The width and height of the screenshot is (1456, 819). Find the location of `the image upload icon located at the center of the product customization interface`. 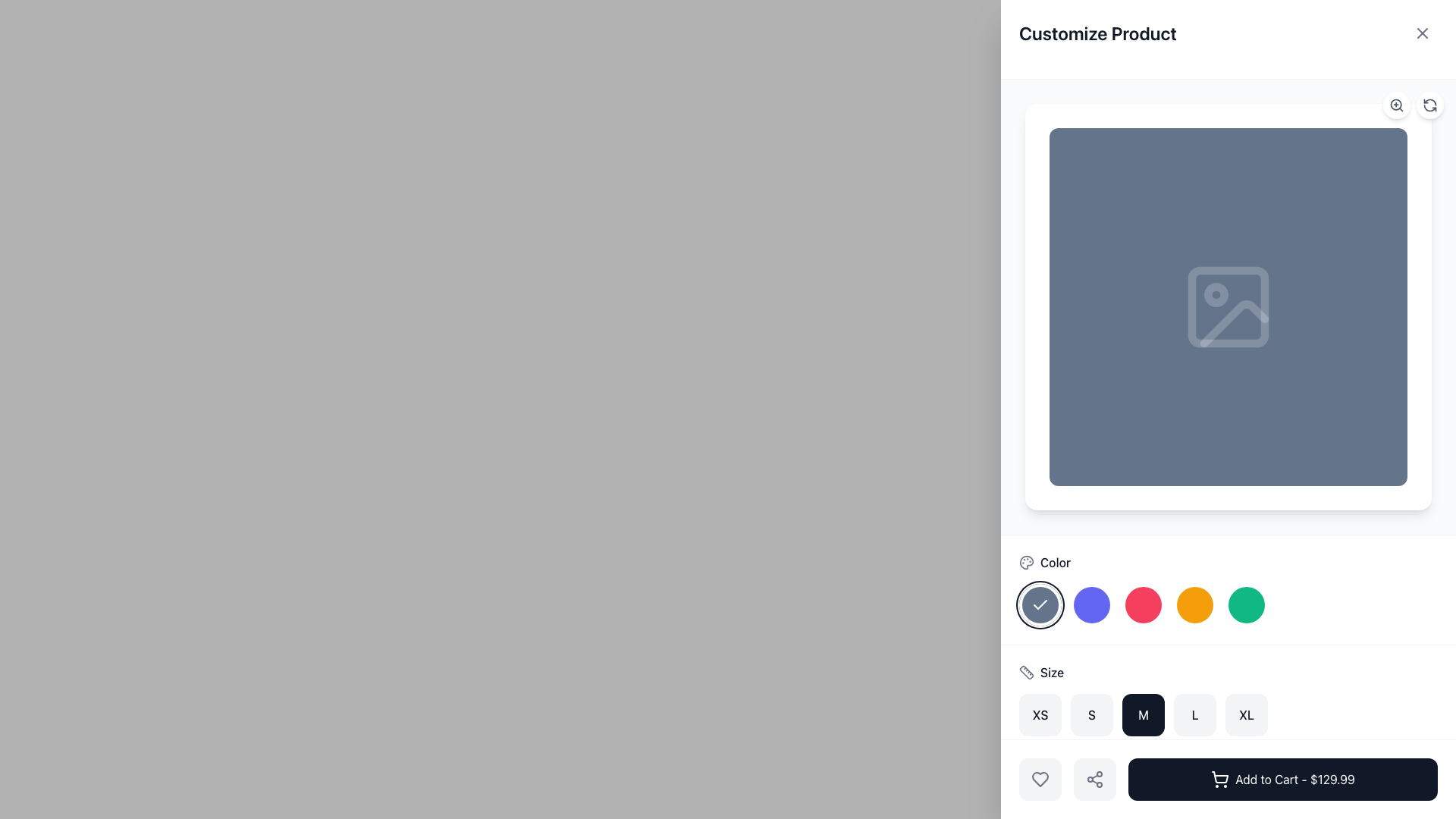

the image upload icon located at the center of the product customization interface is located at coordinates (1228, 307).